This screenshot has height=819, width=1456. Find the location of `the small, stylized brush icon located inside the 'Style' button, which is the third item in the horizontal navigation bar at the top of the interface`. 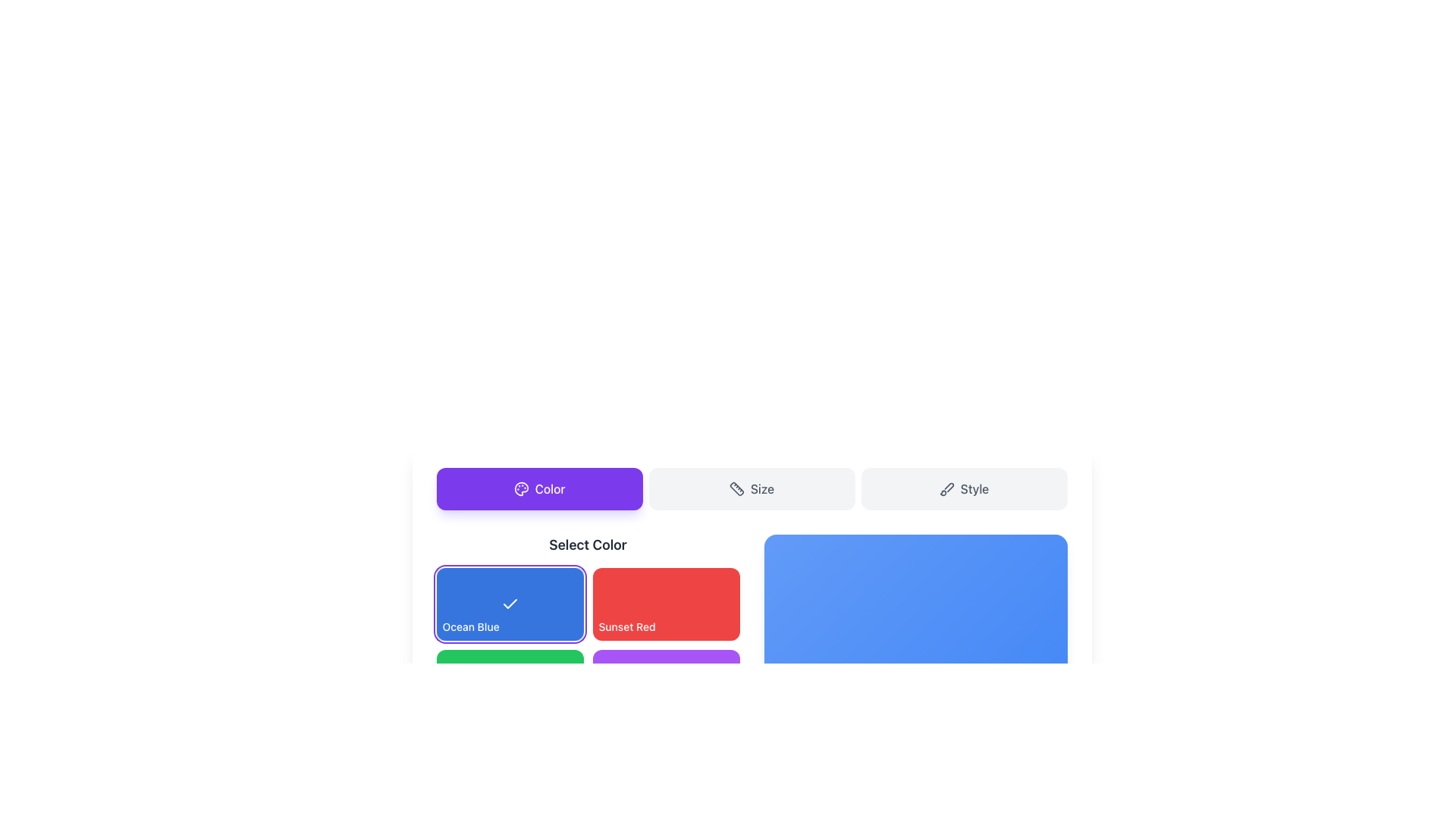

the small, stylized brush icon located inside the 'Style' button, which is the third item in the horizontal navigation bar at the top of the interface is located at coordinates (946, 488).